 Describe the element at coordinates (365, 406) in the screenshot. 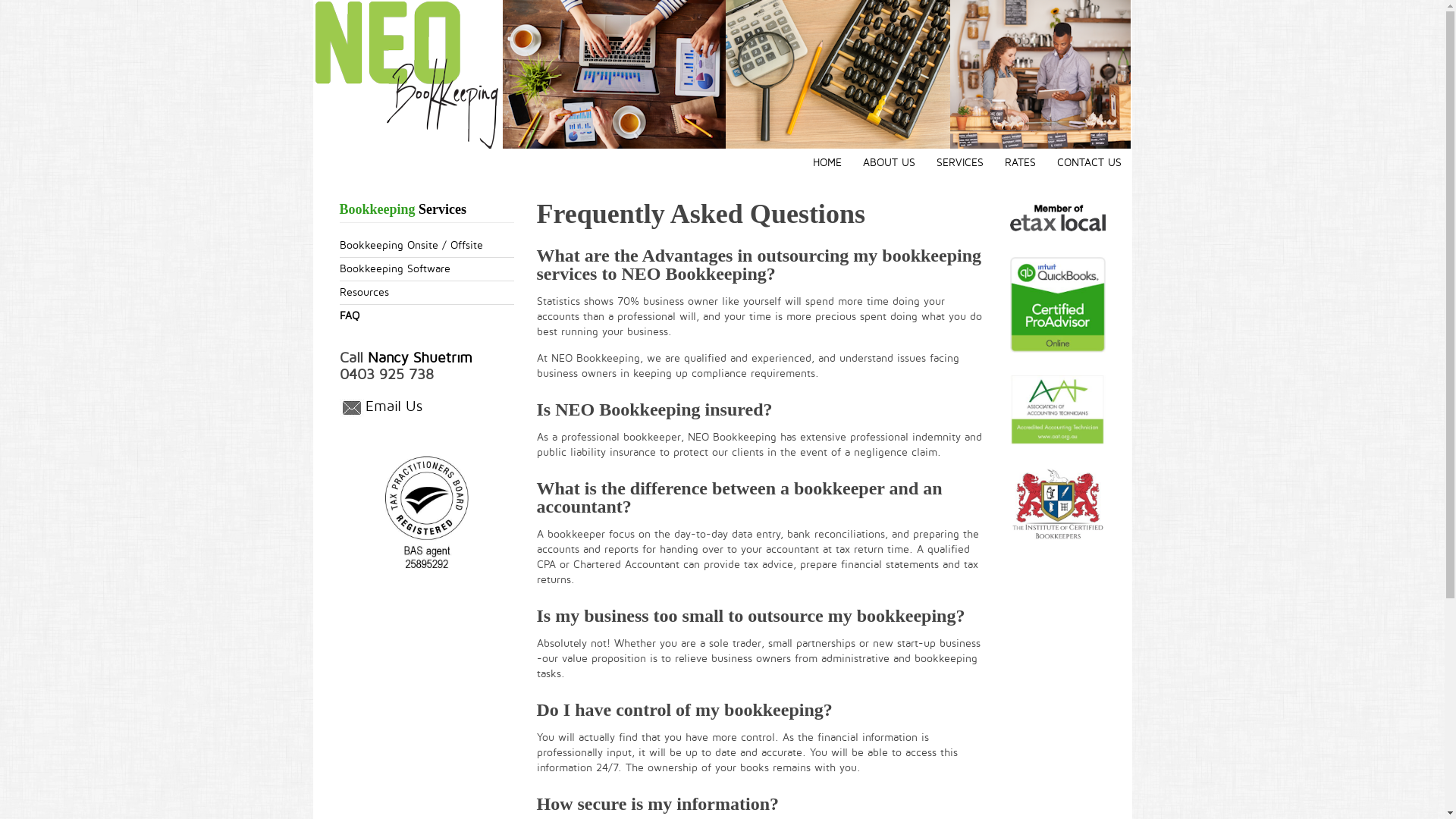

I see `'Email Us'` at that location.